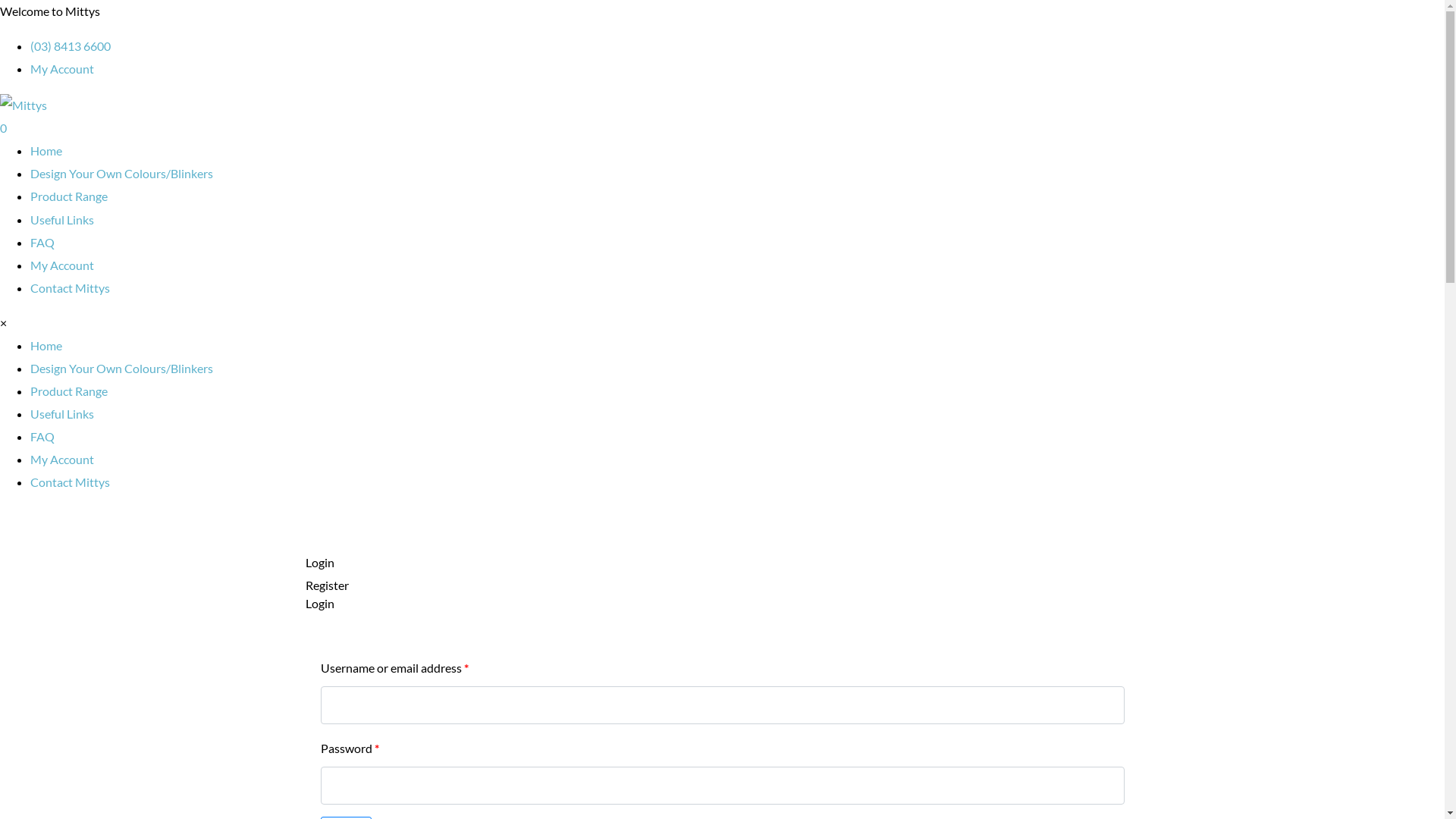  I want to click on 'Useful Links', so click(61, 413).